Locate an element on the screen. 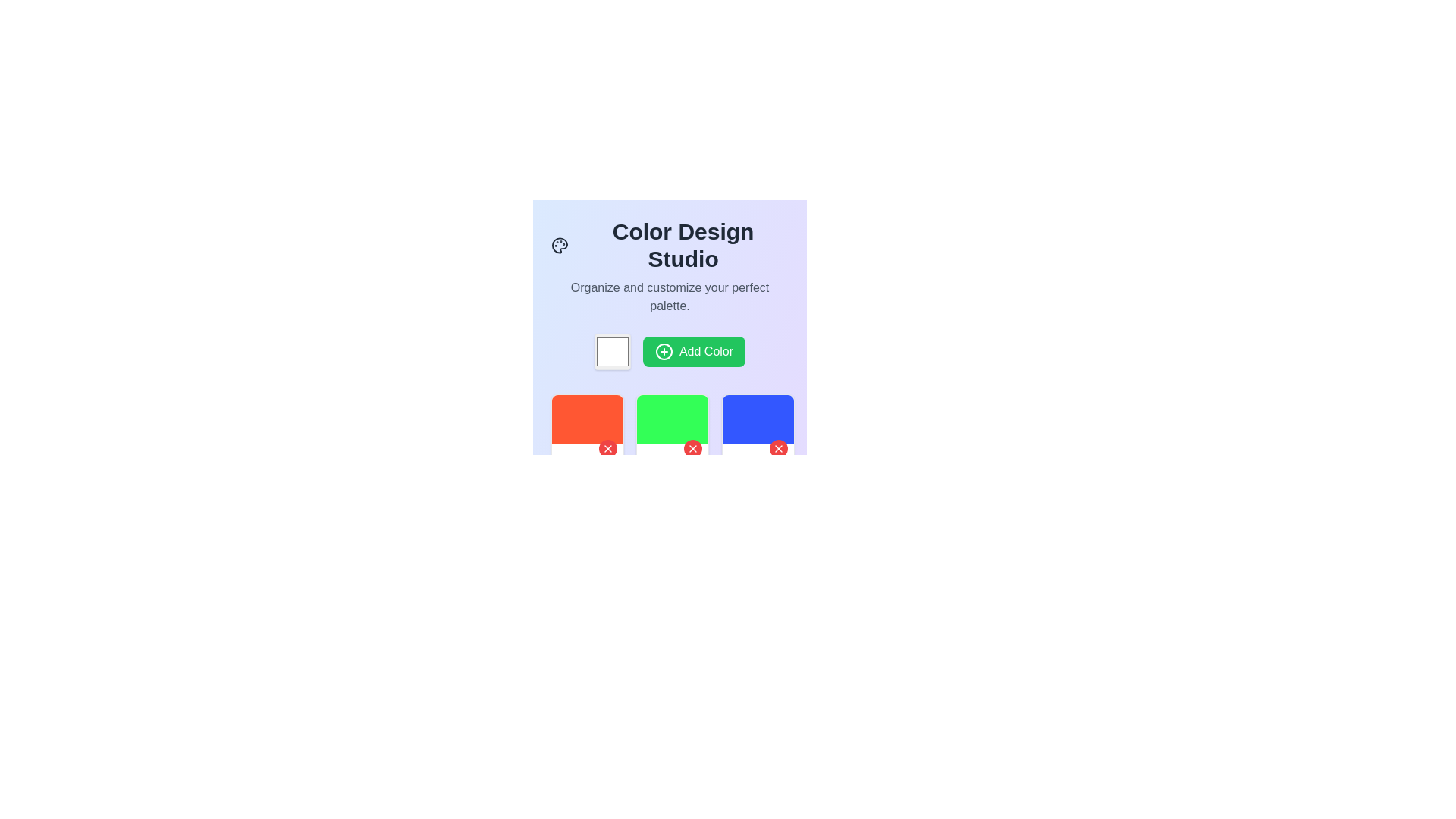  the red circular button with a white 'X' icon located at the bottom-right corner of the green color swatch is located at coordinates (692, 447).